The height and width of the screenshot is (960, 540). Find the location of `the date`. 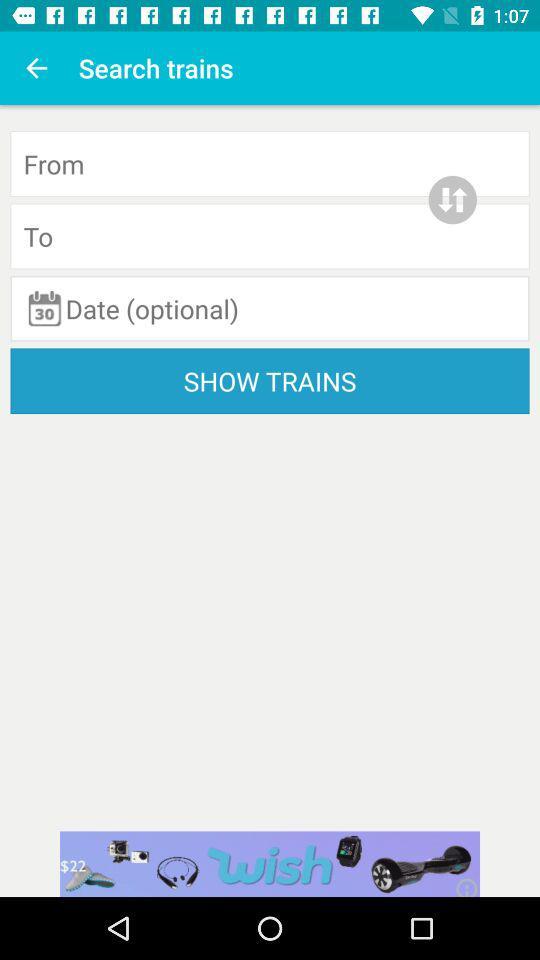

the date is located at coordinates (270, 308).